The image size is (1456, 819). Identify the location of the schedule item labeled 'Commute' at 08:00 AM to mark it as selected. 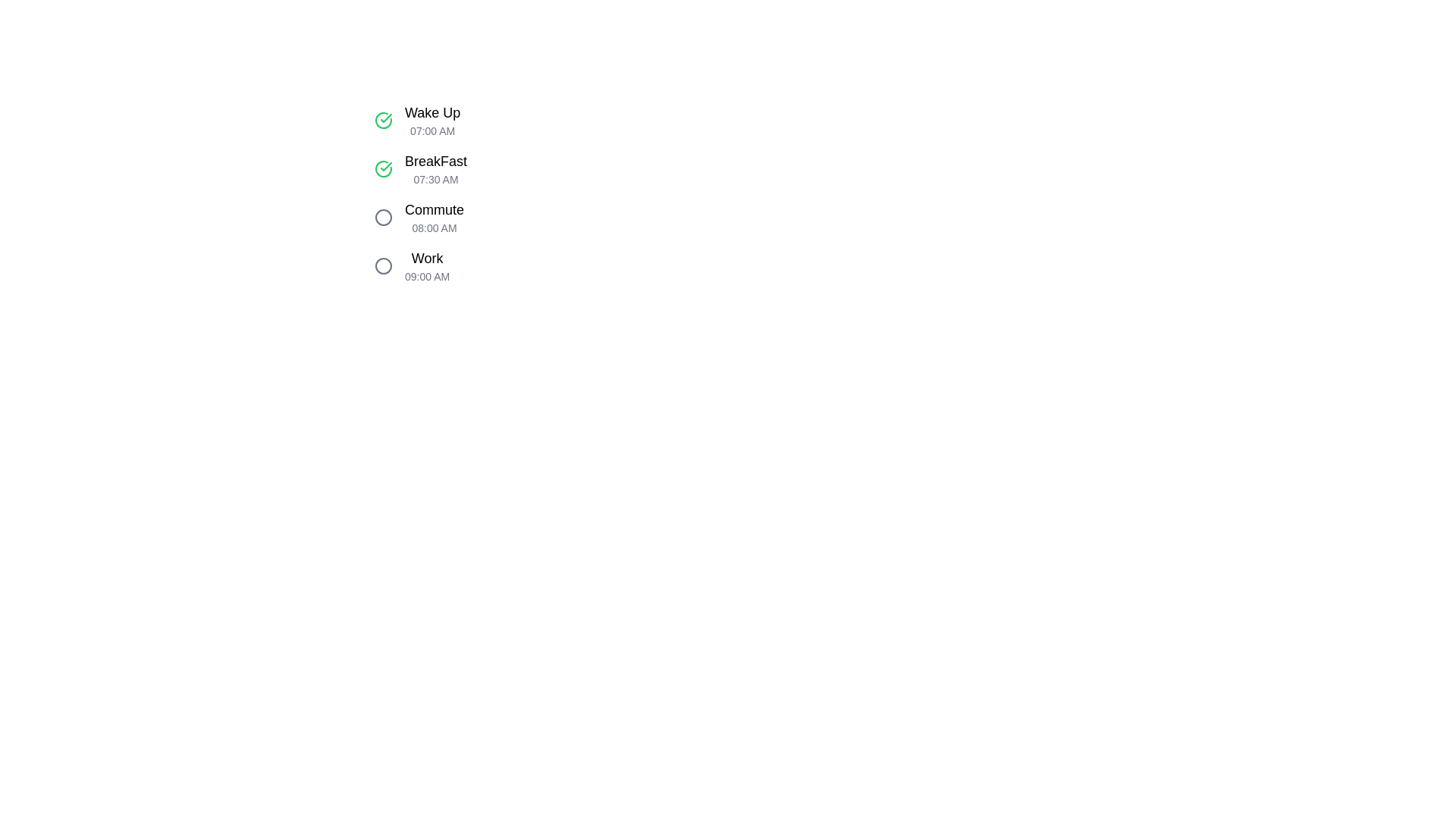
(520, 217).